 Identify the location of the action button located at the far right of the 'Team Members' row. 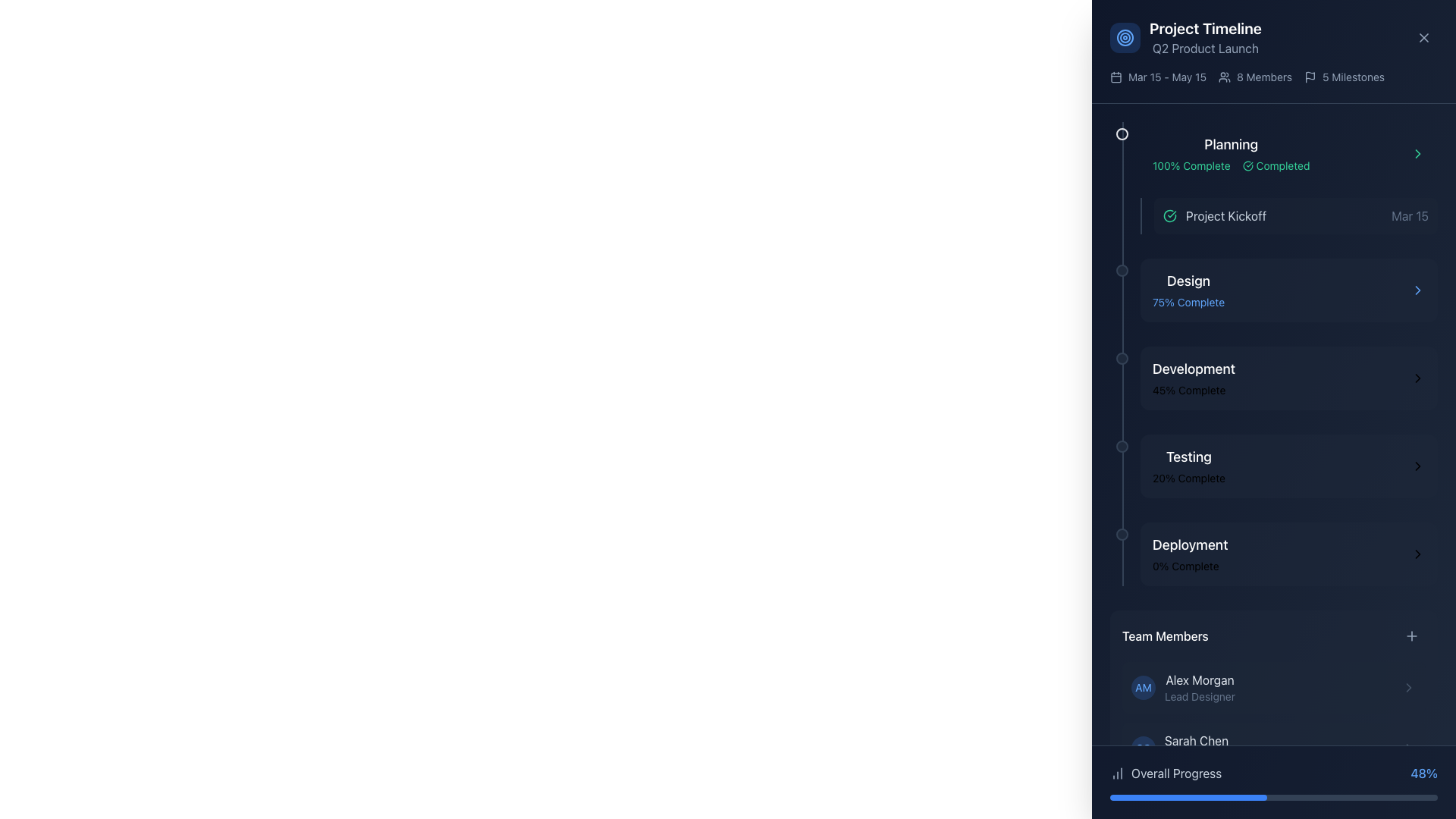
(1411, 636).